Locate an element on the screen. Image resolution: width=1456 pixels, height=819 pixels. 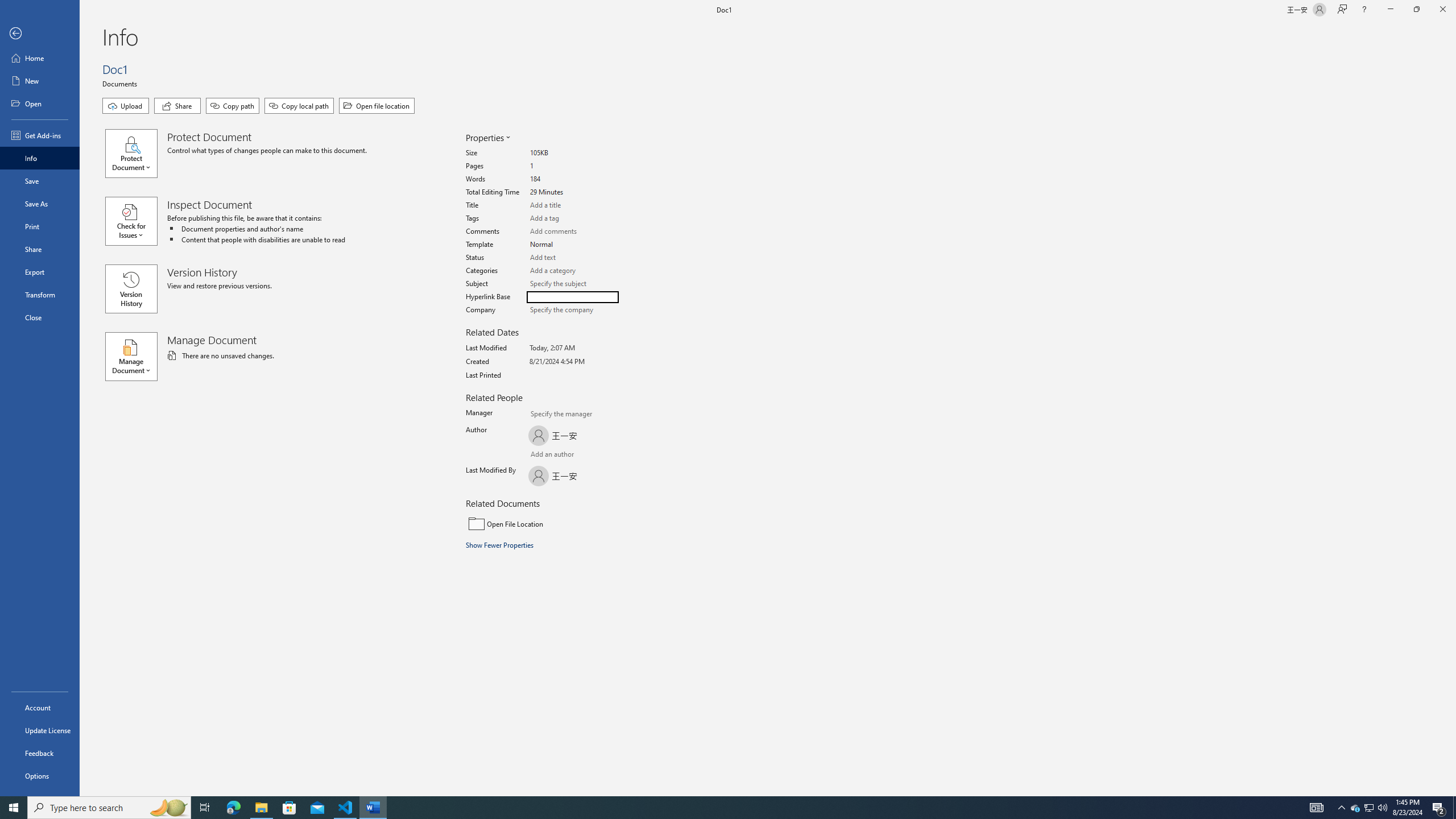
'Browse Address Book' is located at coordinates (595, 455).